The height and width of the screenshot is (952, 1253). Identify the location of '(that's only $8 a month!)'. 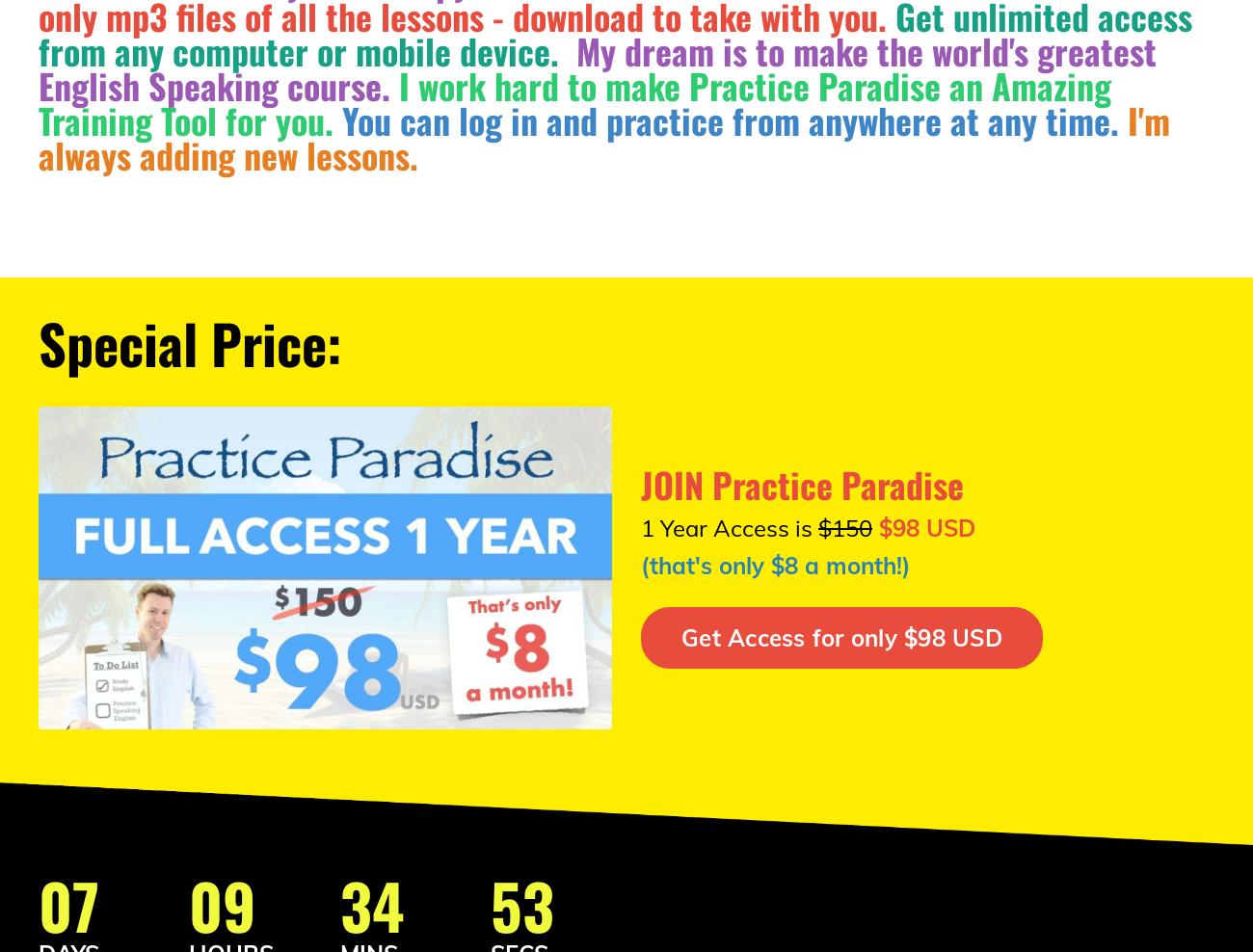
(774, 564).